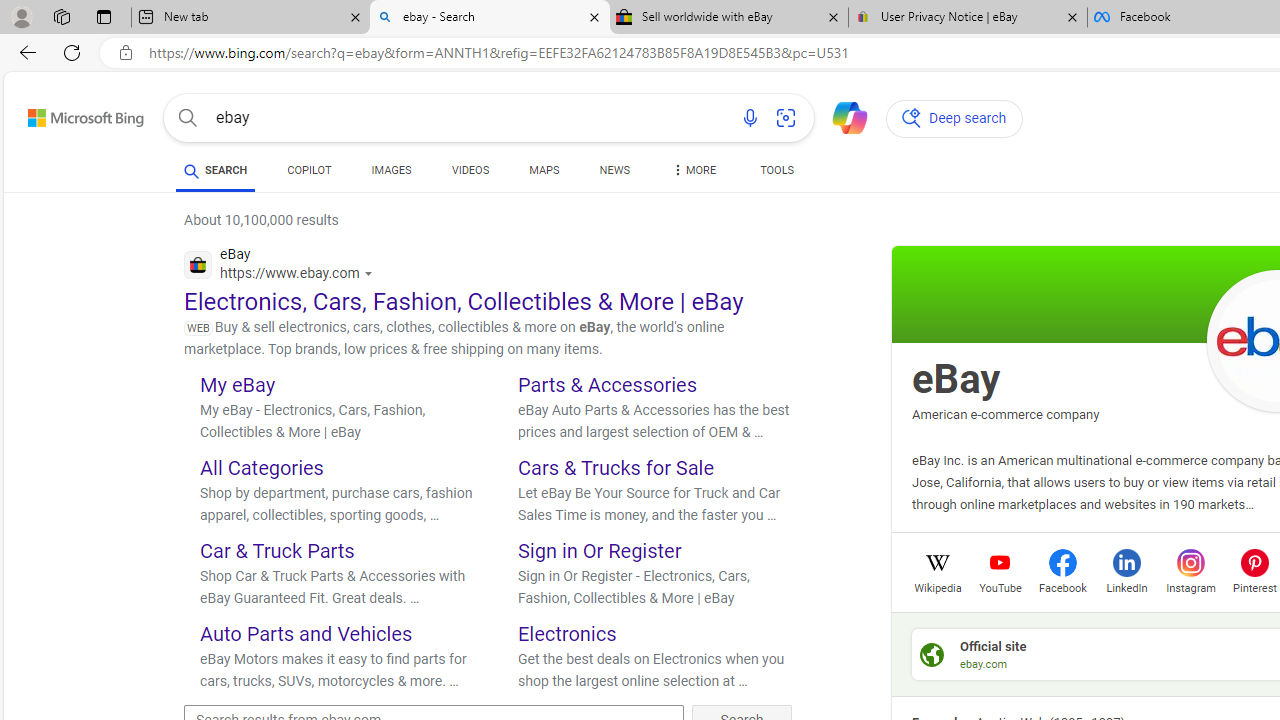  What do you see at coordinates (1191, 585) in the screenshot?
I see `'Instagram'` at bounding box center [1191, 585].